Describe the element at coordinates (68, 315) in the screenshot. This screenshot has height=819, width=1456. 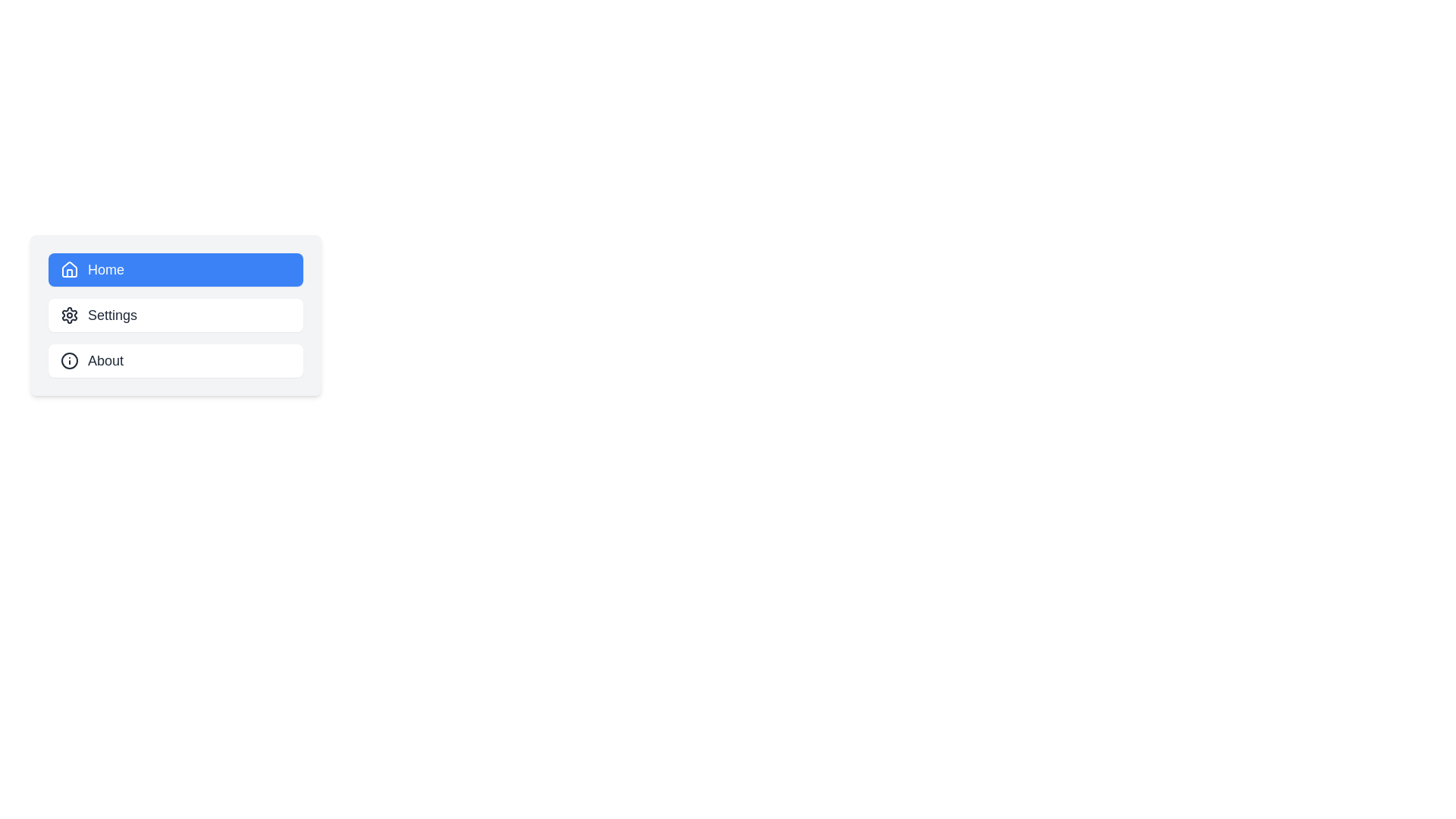
I see `the 'Settings' button which is associated with the gear icon positioned to the left side of the button, next to the text 'Settings'` at that location.